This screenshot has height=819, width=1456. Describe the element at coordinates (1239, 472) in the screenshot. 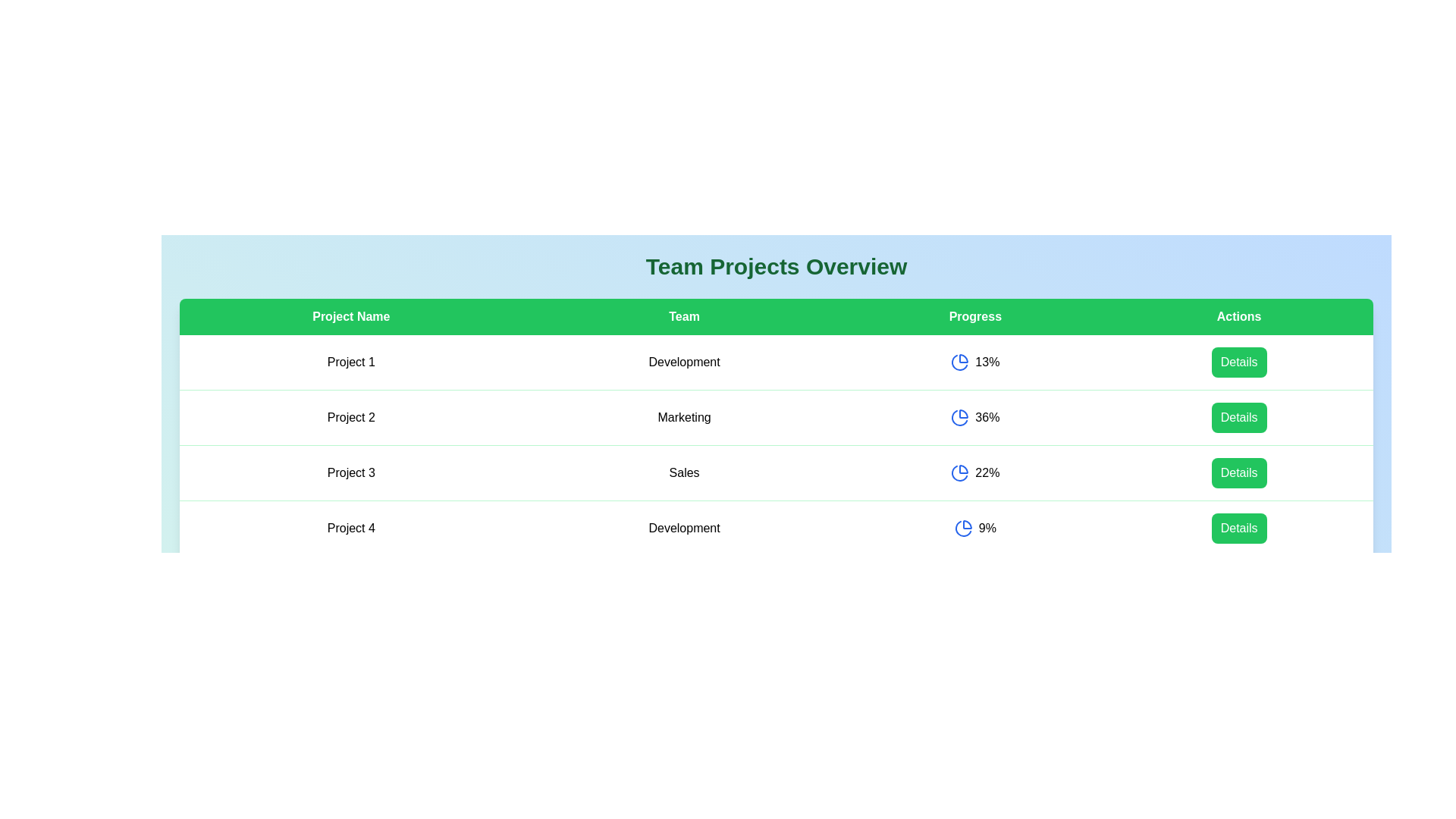

I see `the 'Details' button for the project with the name Project 3` at that location.